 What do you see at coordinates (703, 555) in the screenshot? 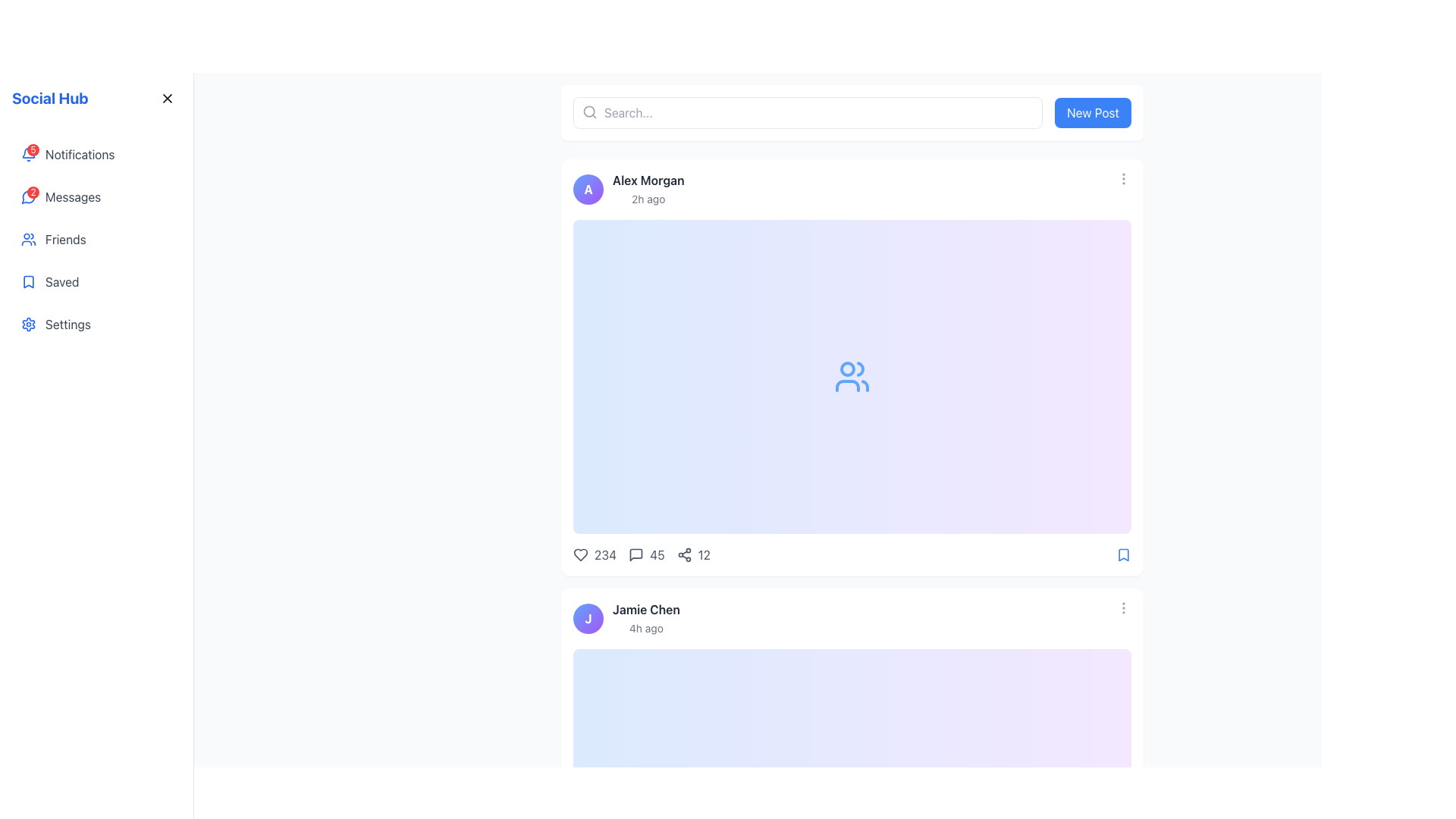
I see `the numeric text '12' that is styled with a standard sans-serif font and positioned to the right of a share icon at the bottom right area of the post card` at bounding box center [703, 555].